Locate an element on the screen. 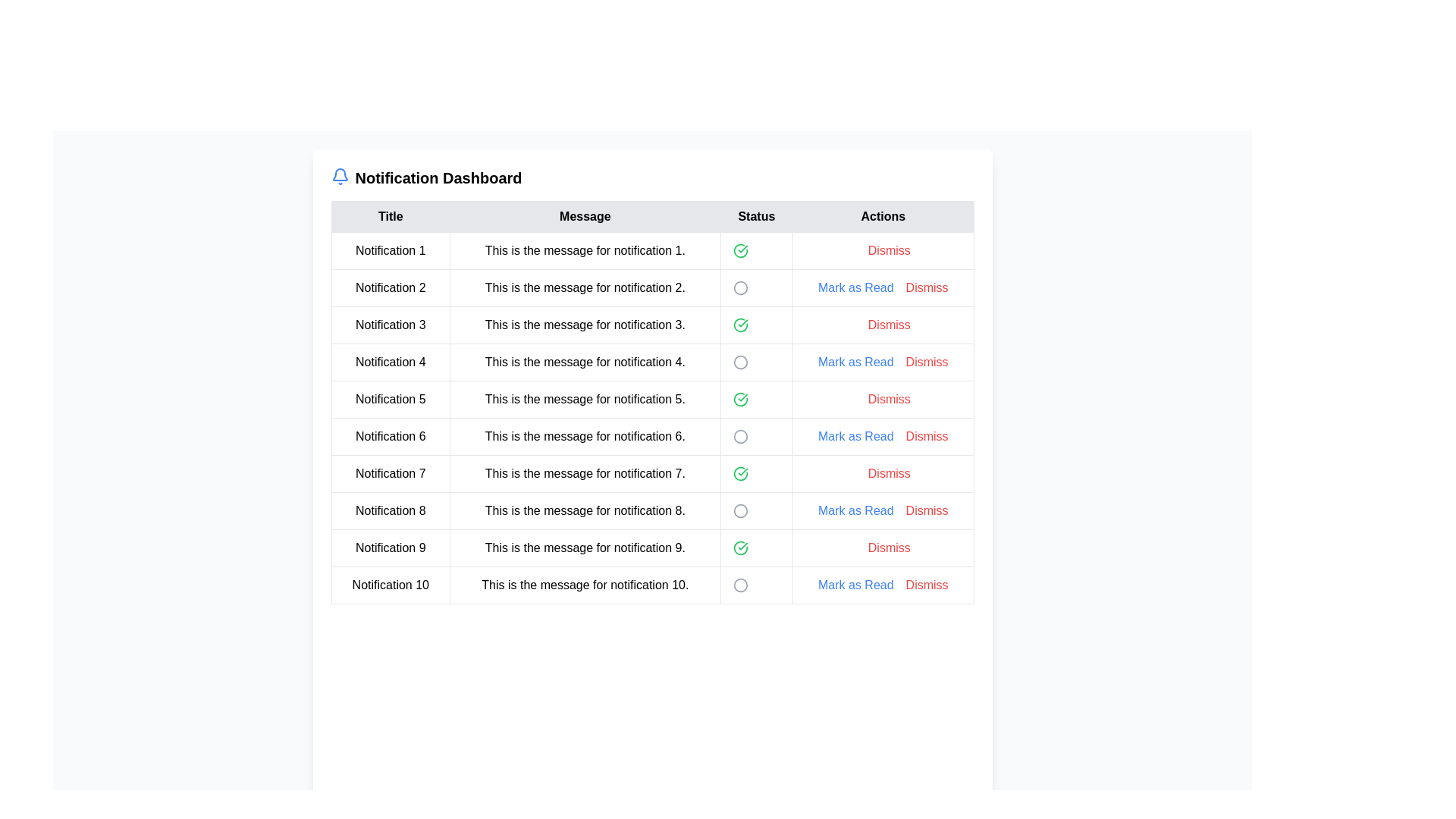  the red 'Dismiss' button in the Actions column for Notification 7 is located at coordinates (883, 472).